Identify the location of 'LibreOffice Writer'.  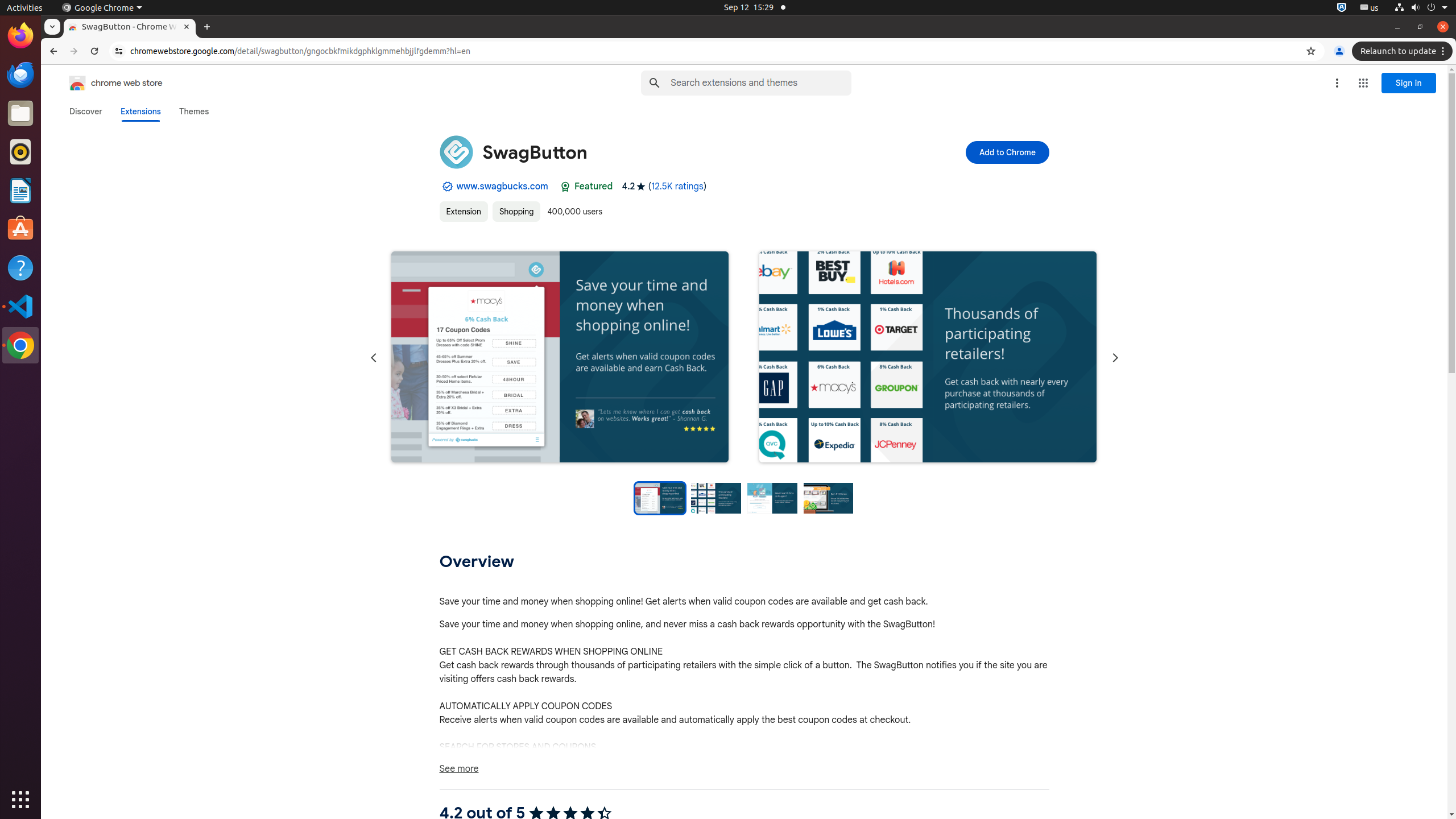
(20, 189).